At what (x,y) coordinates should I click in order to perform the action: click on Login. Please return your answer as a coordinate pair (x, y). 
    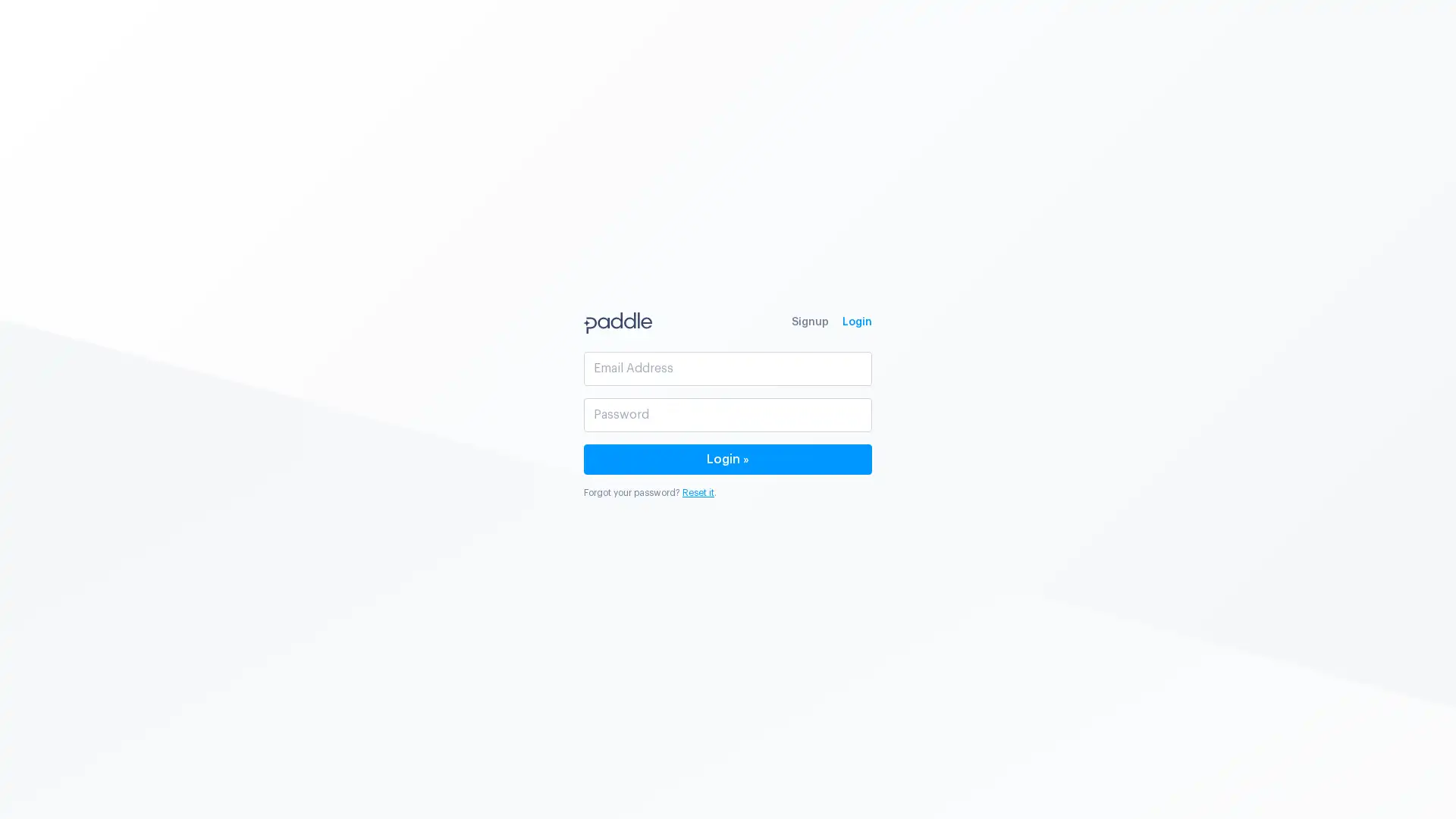
    Looking at the image, I should click on (728, 458).